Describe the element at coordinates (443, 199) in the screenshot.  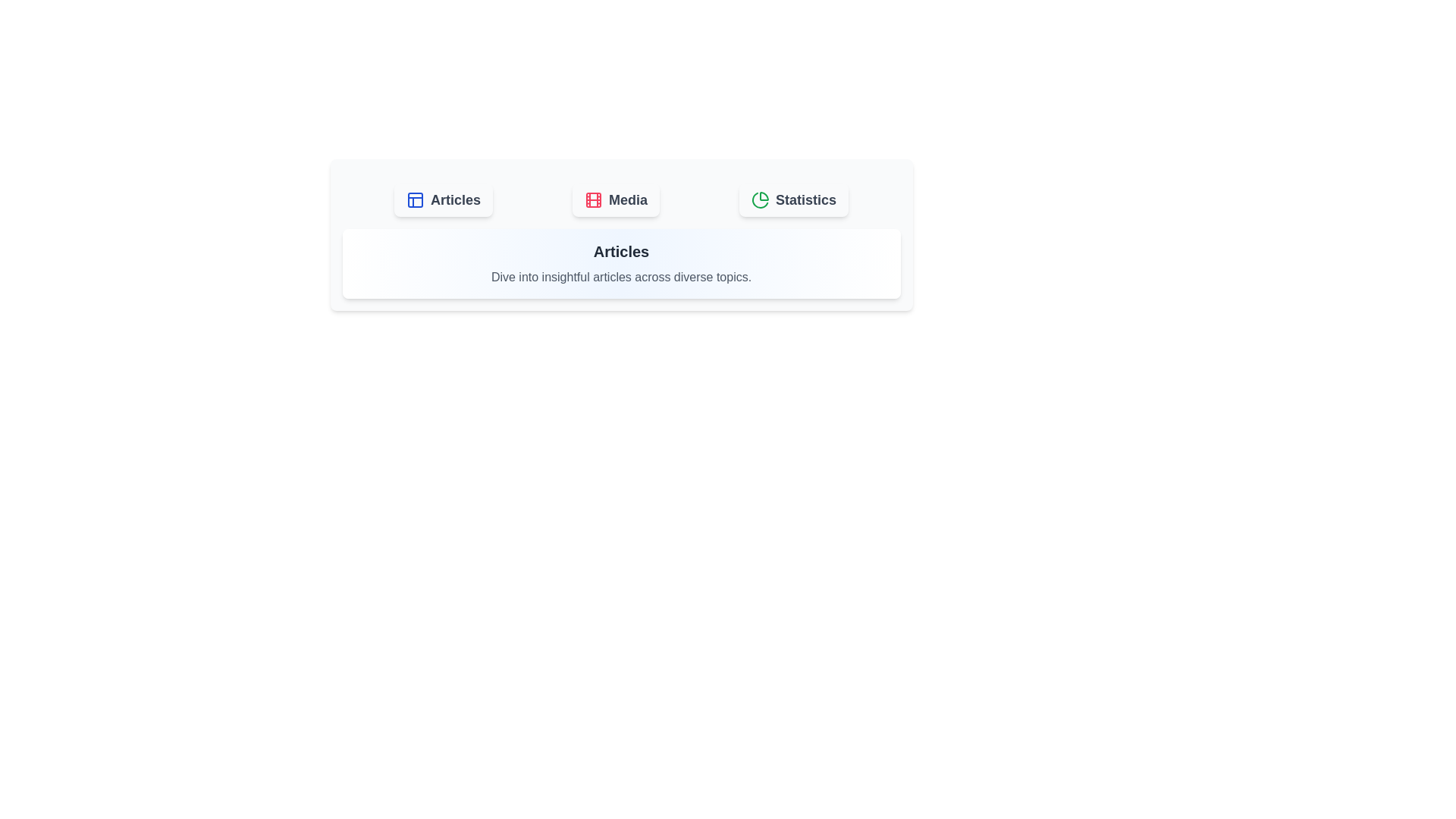
I see `the Articles tab to switch the displayed content` at that location.